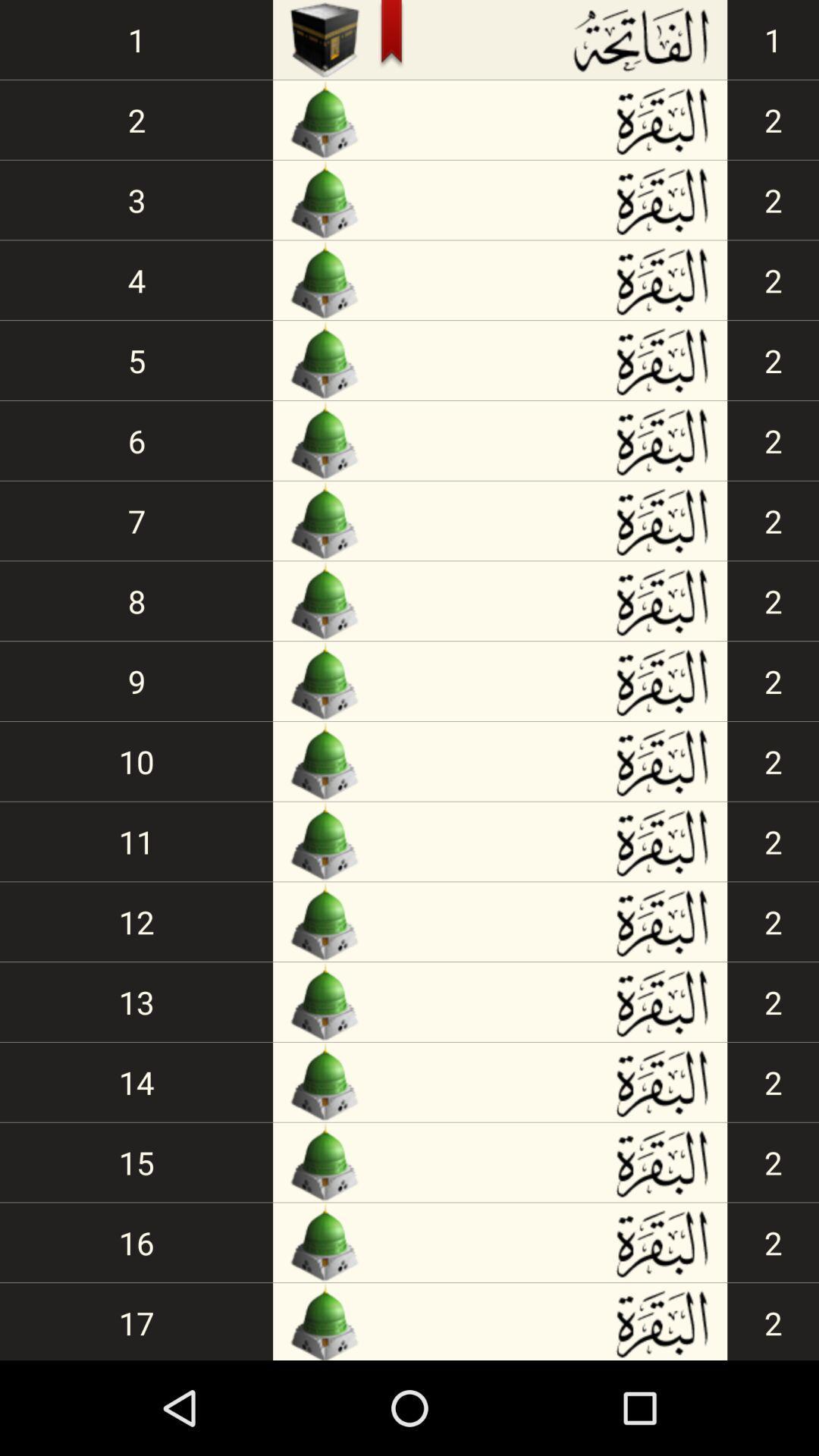 This screenshot has width=819, height=1456. Describe the element at coordinates (136, 1242) in the screenshot. I see `the item below the 15 app` at that location.